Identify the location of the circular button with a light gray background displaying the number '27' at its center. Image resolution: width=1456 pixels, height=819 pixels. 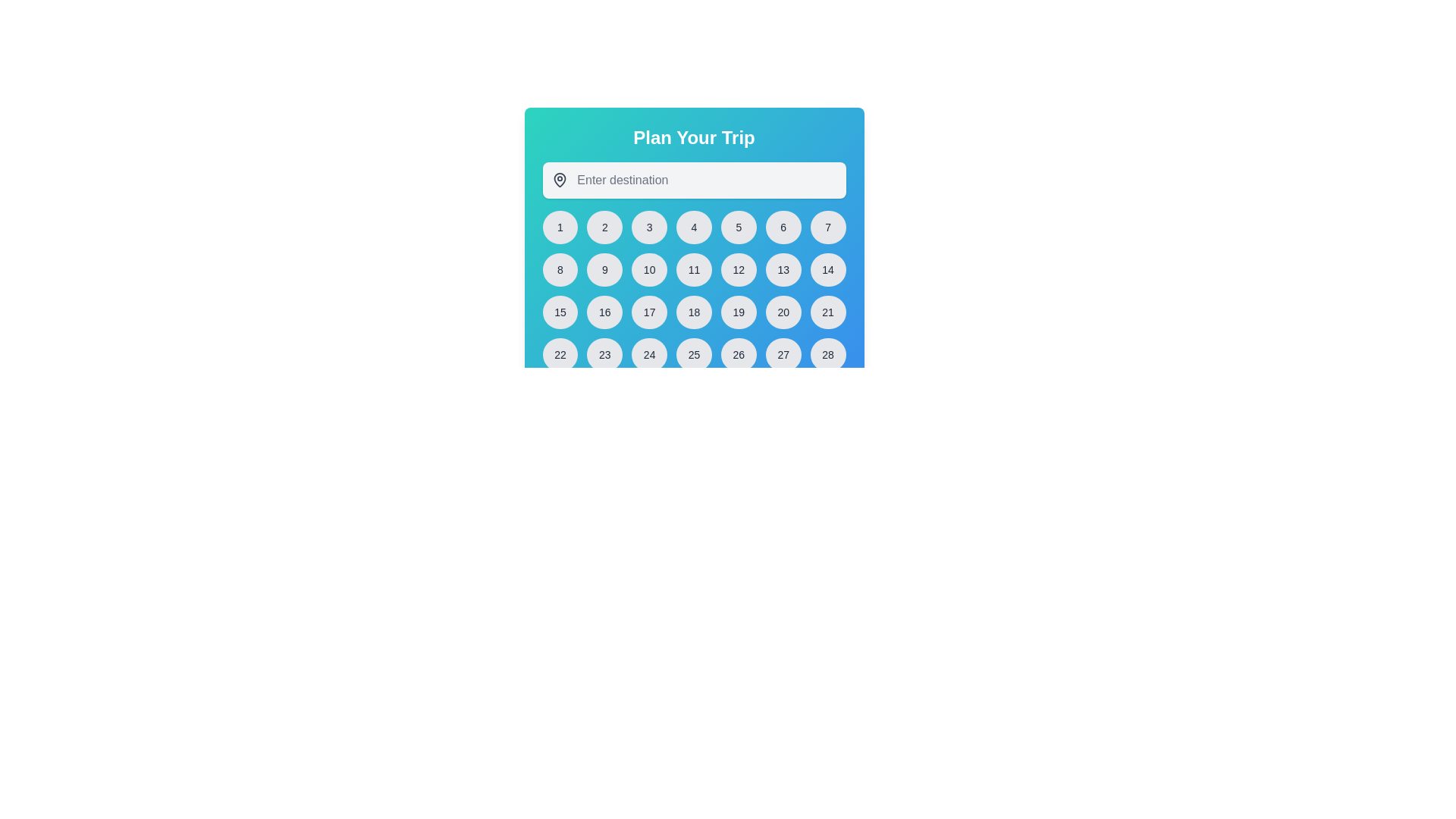
(783, 354).